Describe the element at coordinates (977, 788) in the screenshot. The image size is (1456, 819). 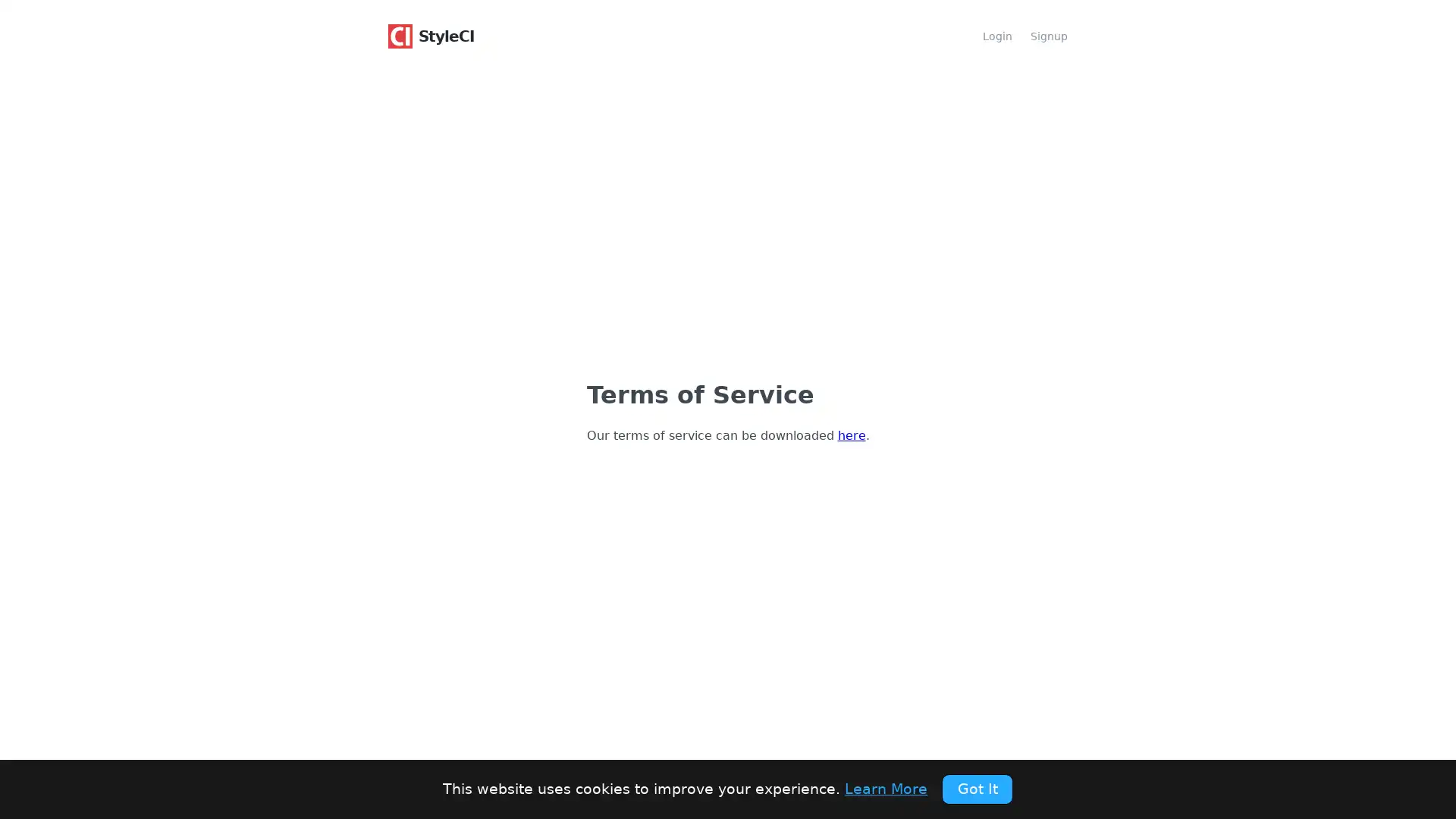
I see `Got It` at that location.